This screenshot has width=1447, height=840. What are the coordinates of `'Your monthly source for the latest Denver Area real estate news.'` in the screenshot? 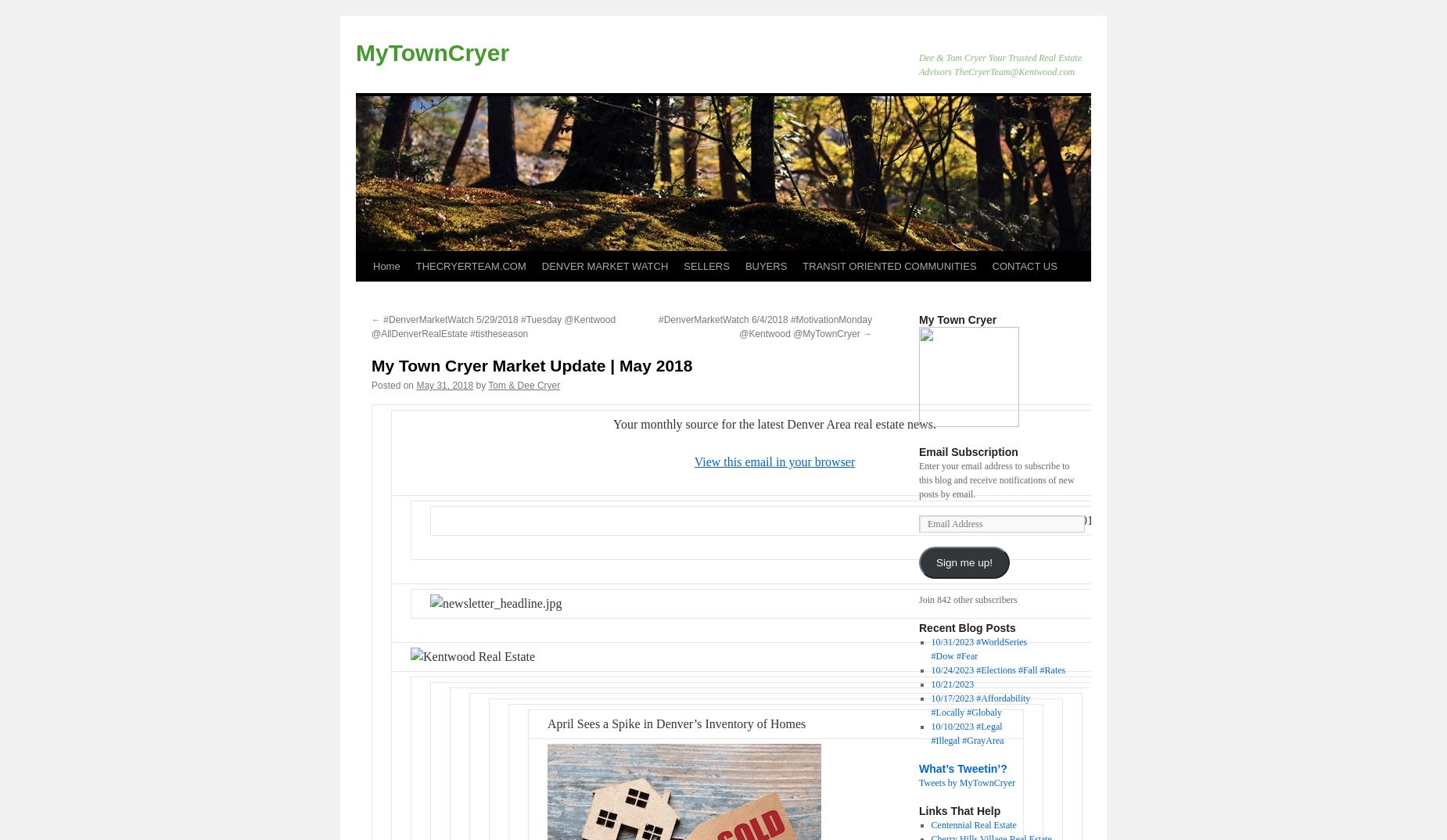 It's located at (773, 423).